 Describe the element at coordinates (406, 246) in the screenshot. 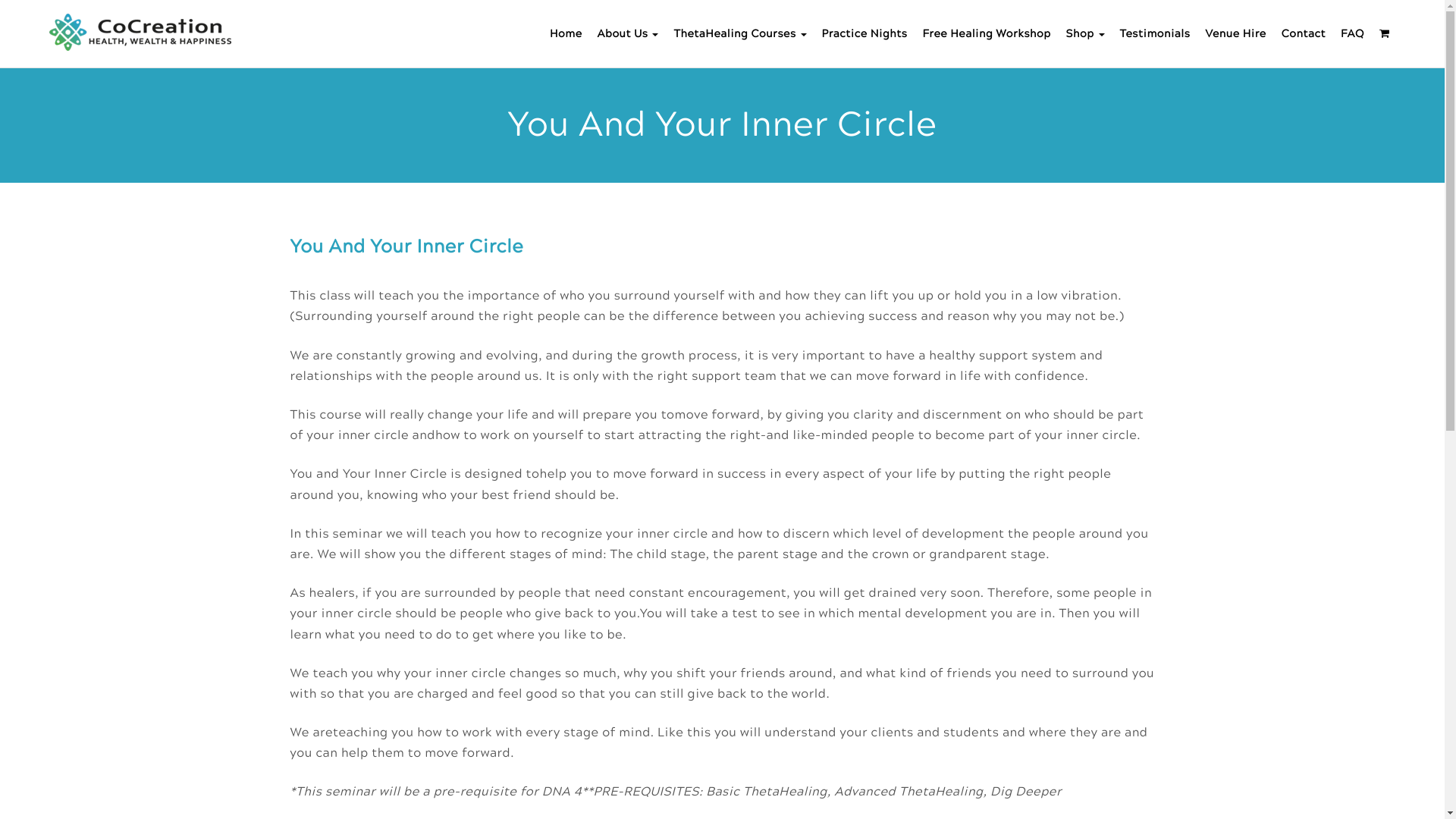

I see `'You And Your Inner Circle'` at that location.